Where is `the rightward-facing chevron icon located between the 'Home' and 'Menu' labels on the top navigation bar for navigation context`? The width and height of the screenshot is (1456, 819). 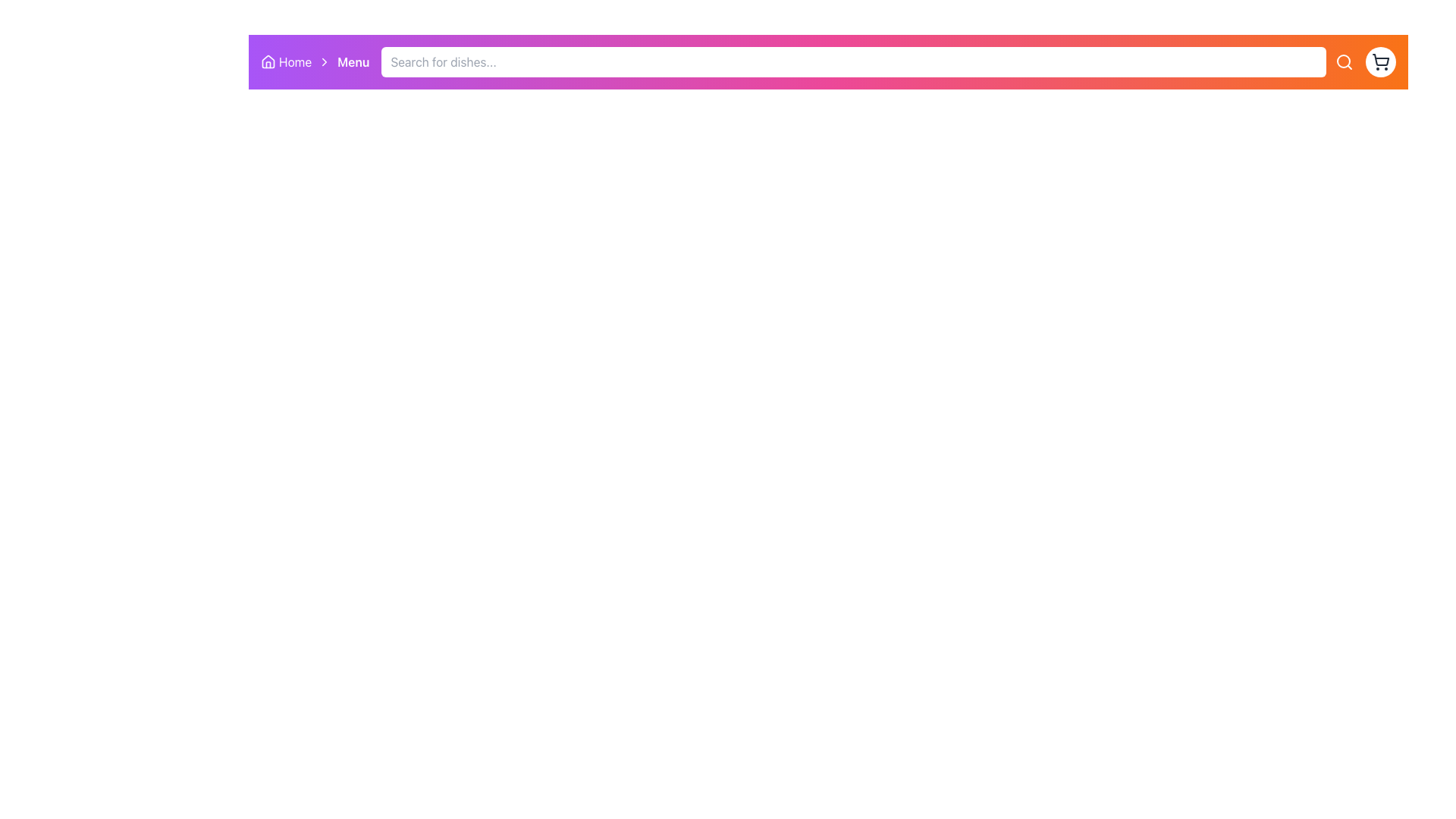
the rightward-facing chevron icon located between the 'Home' and 'Menu' labels on the top navigation bar for navigation context is located at coordinates (324, 61).